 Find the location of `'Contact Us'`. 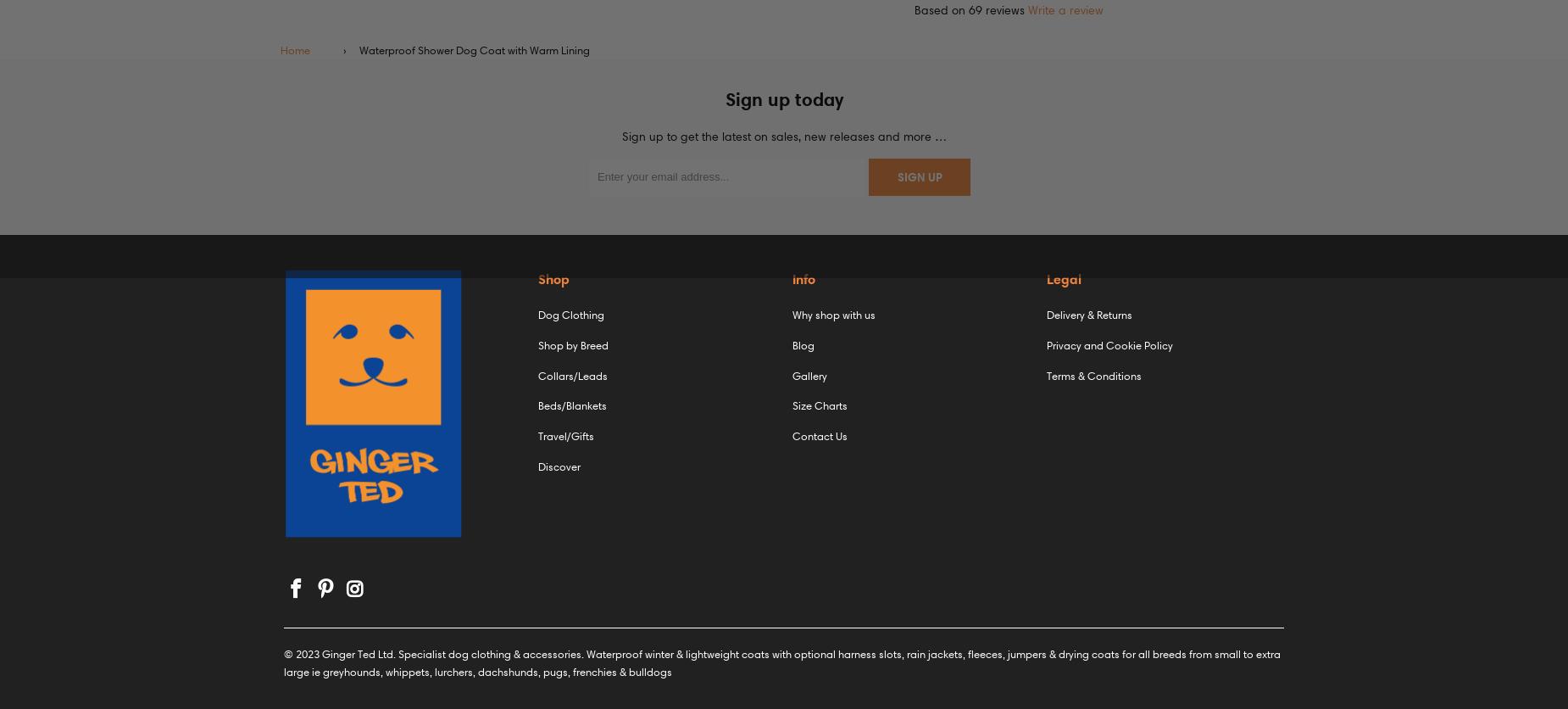

'Contact Us' is located at coordinates (819, 435).